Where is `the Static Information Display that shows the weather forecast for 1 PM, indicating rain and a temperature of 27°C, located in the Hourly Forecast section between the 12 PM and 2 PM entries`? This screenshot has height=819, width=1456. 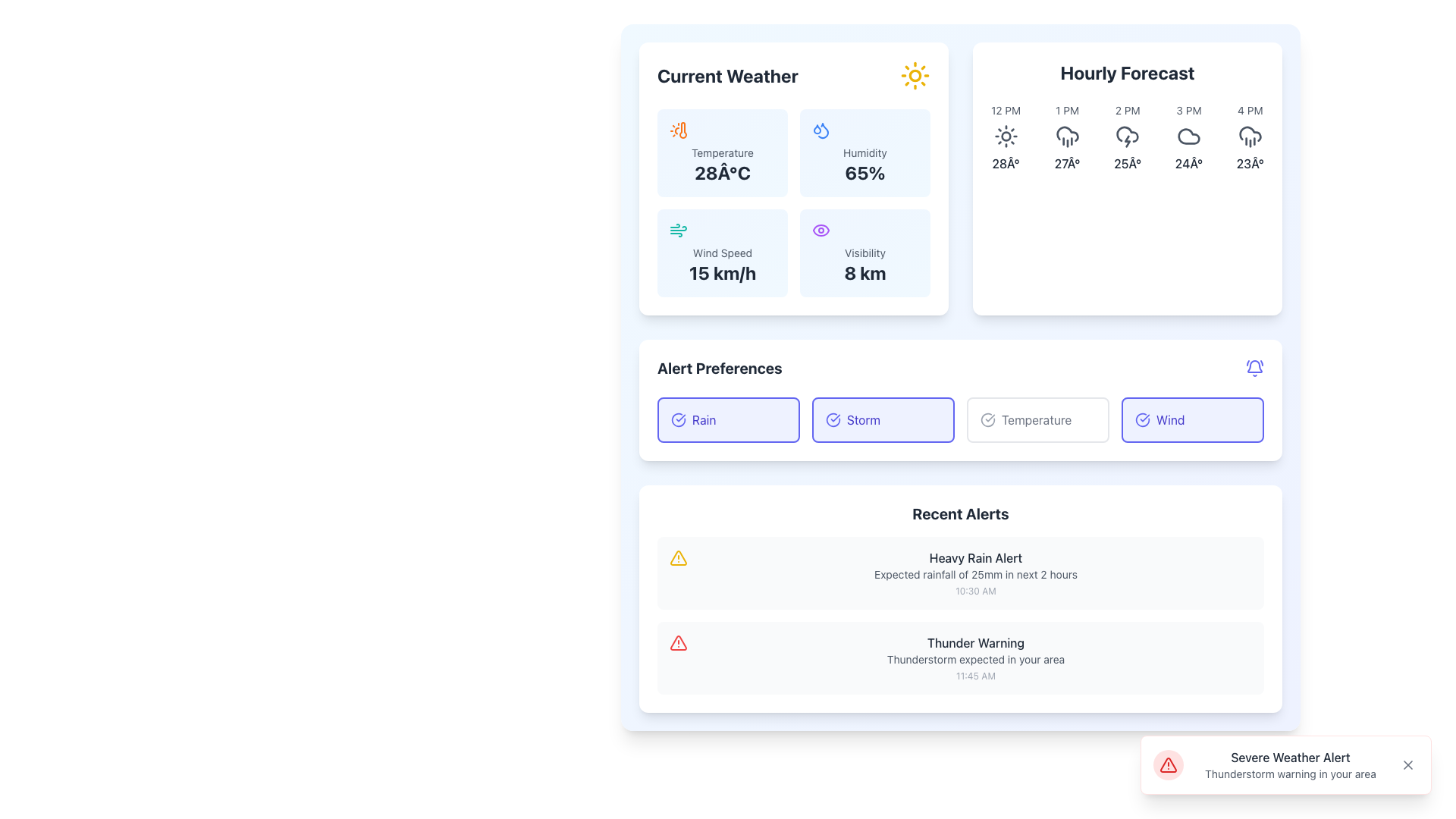
the Static Information Display that shows the weather forecast for 1 PM, indicating rain and a temperature of 27°C, located in the Hourly Forecast section between the 12 PM and 2 PM entries is located at coordinates (1066, 137).